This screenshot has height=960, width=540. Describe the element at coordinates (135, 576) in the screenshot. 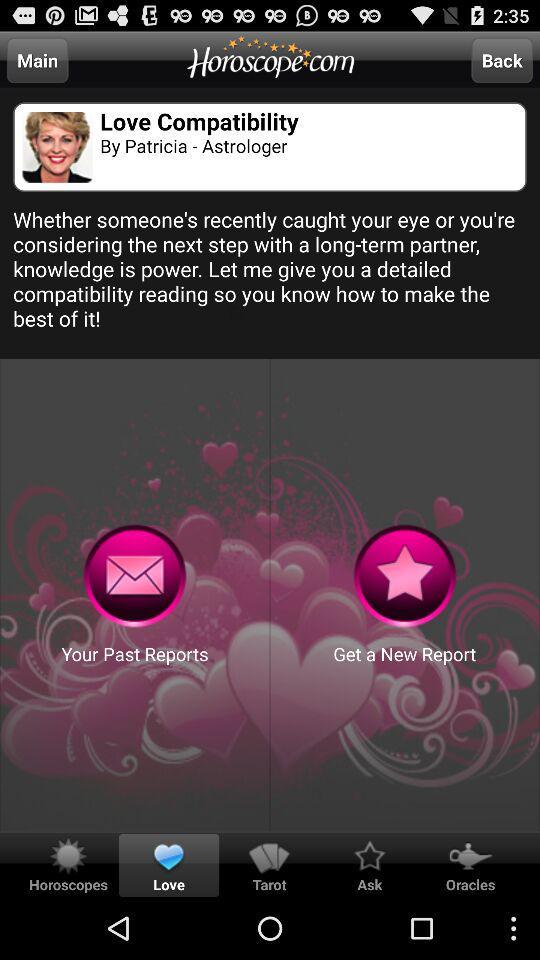

I see `recieved past reports` at that location.